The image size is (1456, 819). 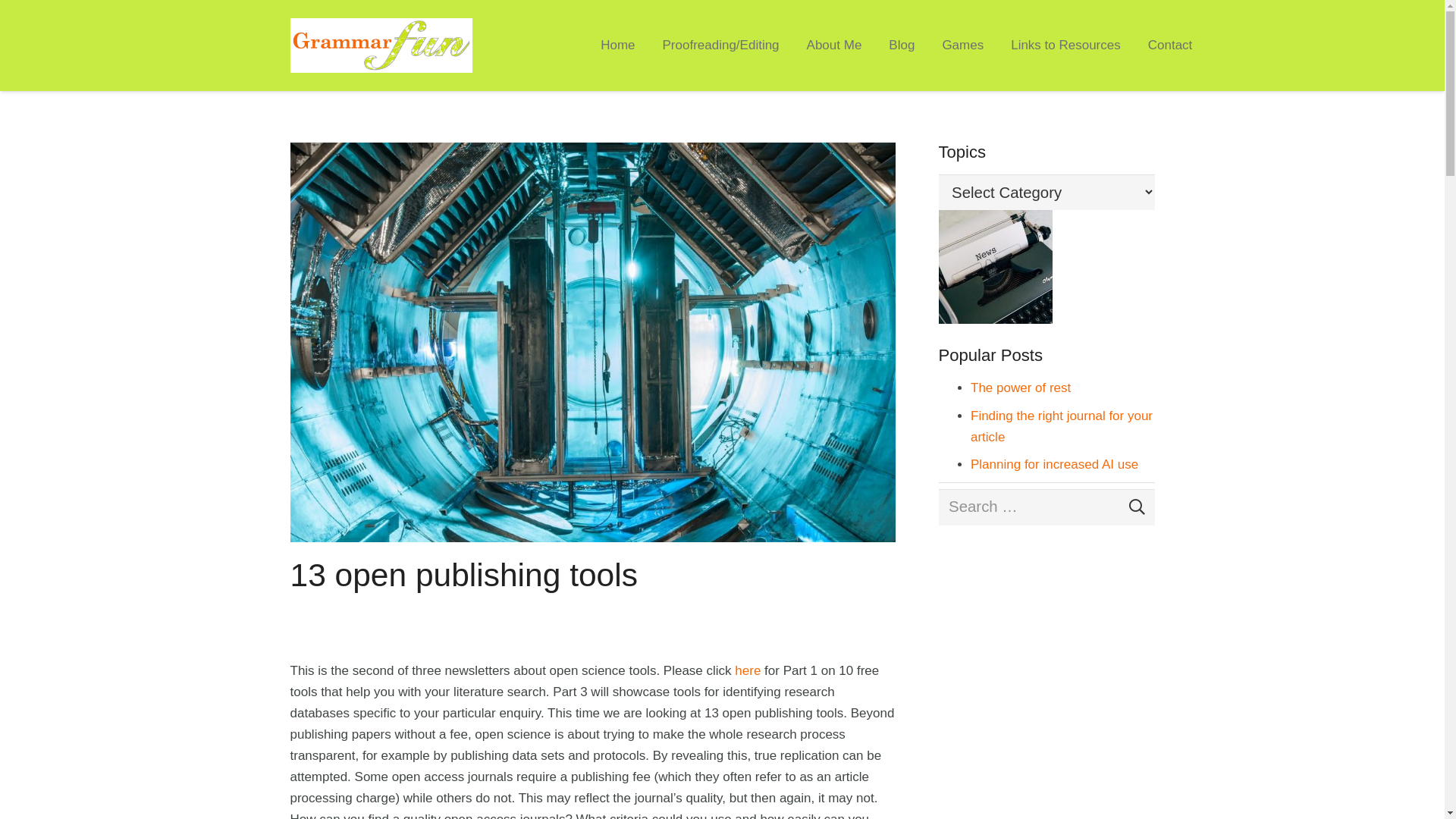 What do you see at coordinates (962, 45) in the screenshot?
I see `'Games'` at bounding box center [962, 45].